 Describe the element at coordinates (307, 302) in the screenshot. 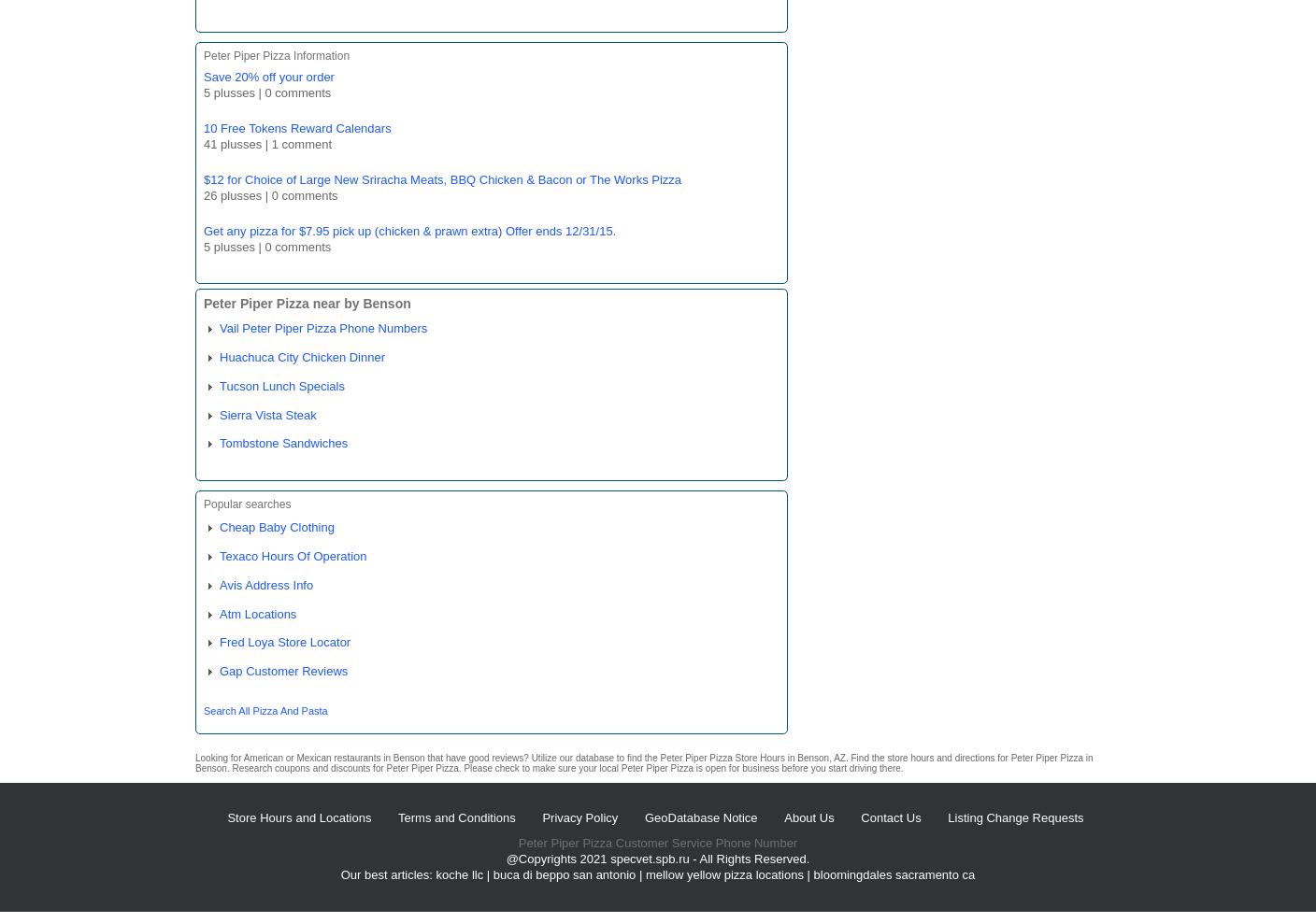

I see `'Peter Piper Pizza near by Benson'` at that location.